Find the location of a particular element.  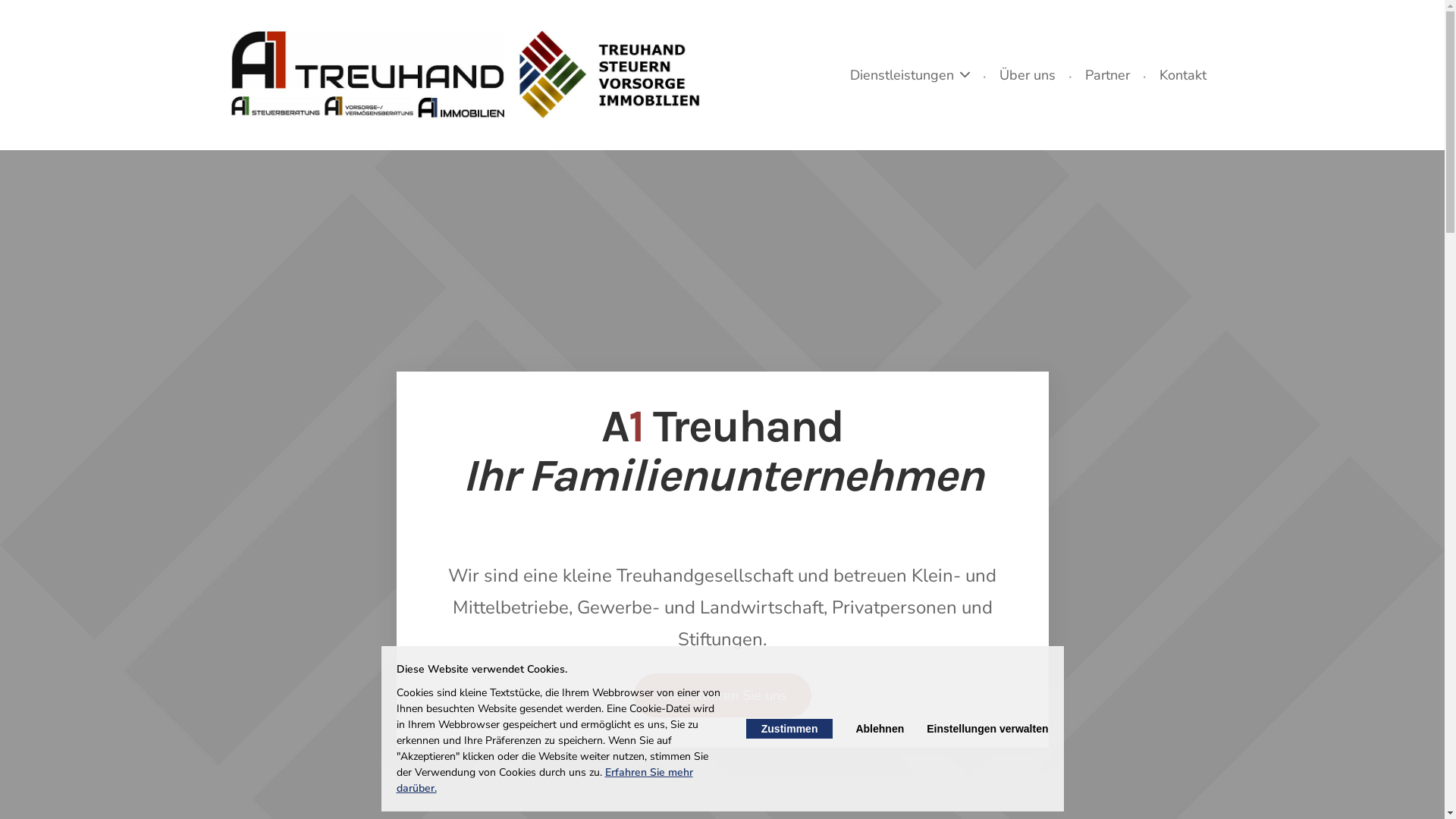

'Zustimmen' is located at coordinates (789, 727).